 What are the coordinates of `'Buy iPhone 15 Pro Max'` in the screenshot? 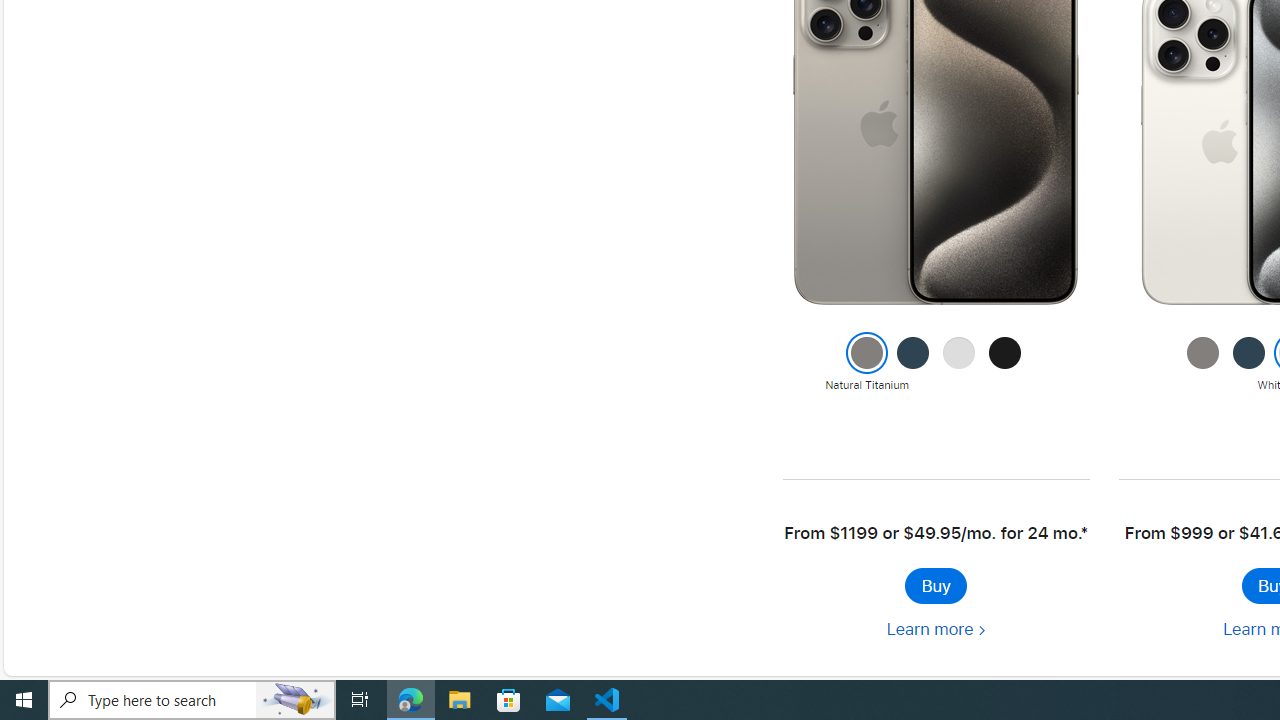 It's located at (934, 585).